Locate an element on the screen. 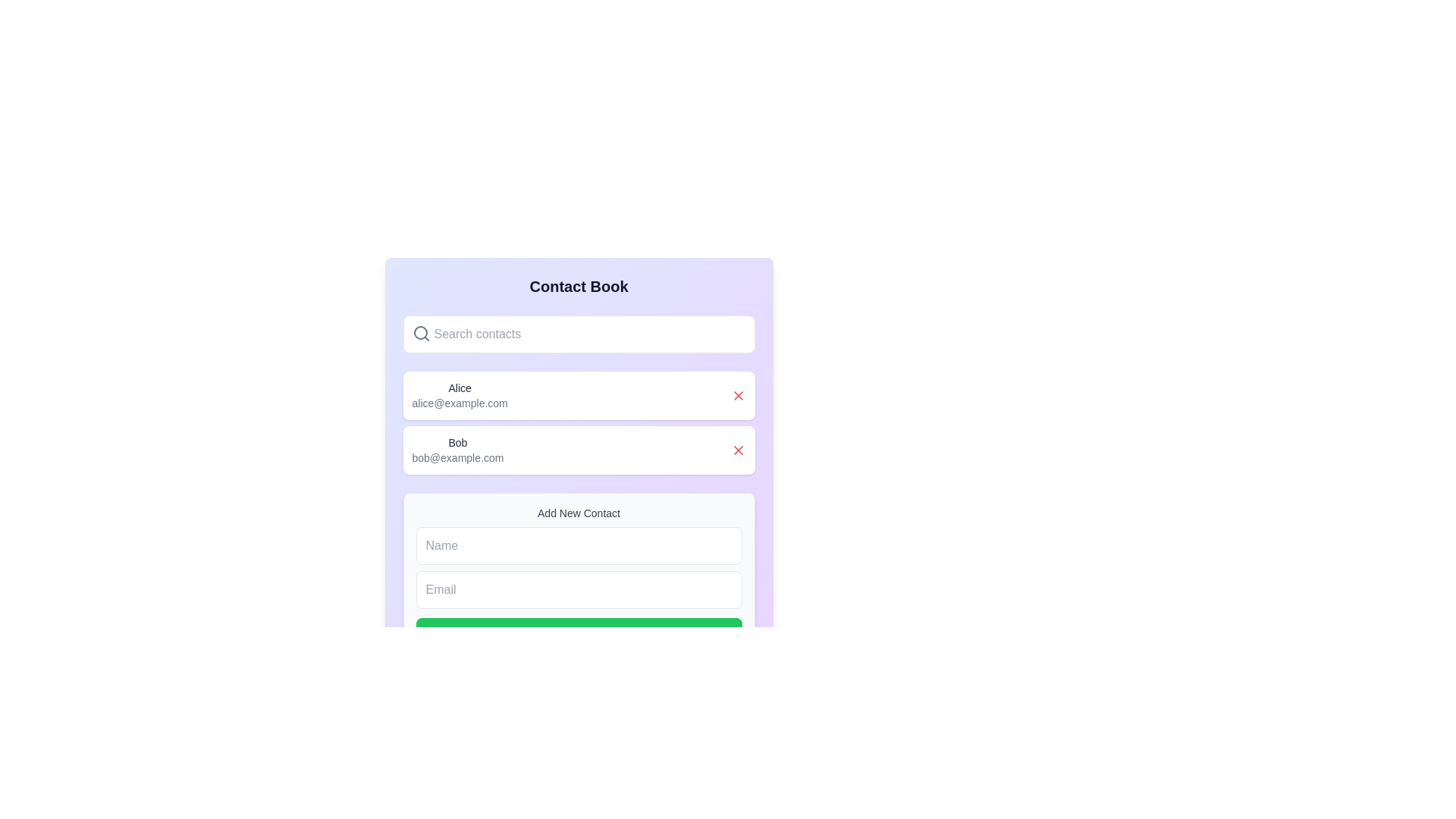  the email input field located within the 'Add New Contact' section to focus on it is located at coordinates (578, 589).